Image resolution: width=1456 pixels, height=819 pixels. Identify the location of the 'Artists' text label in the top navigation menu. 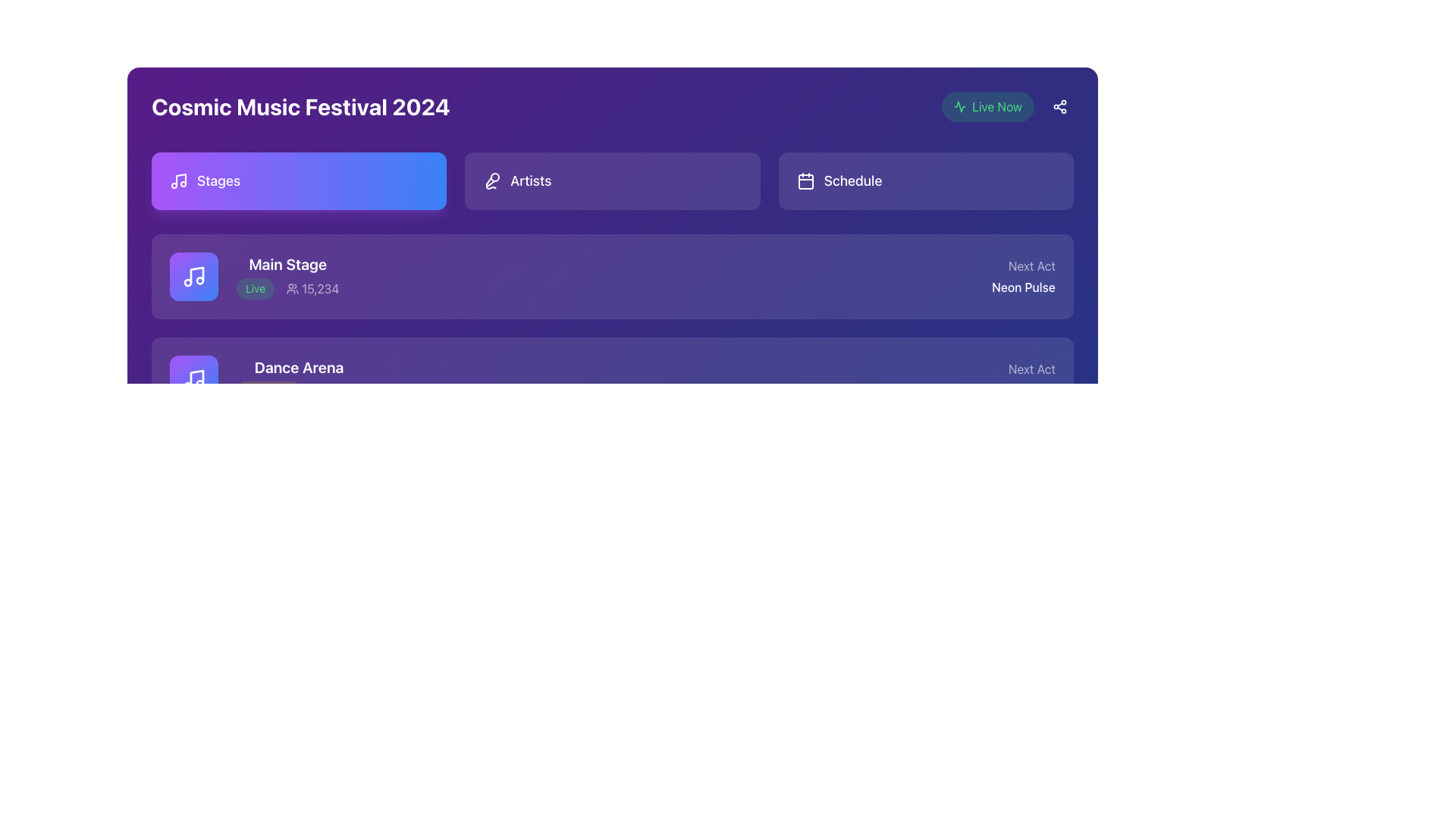
(531, 180).